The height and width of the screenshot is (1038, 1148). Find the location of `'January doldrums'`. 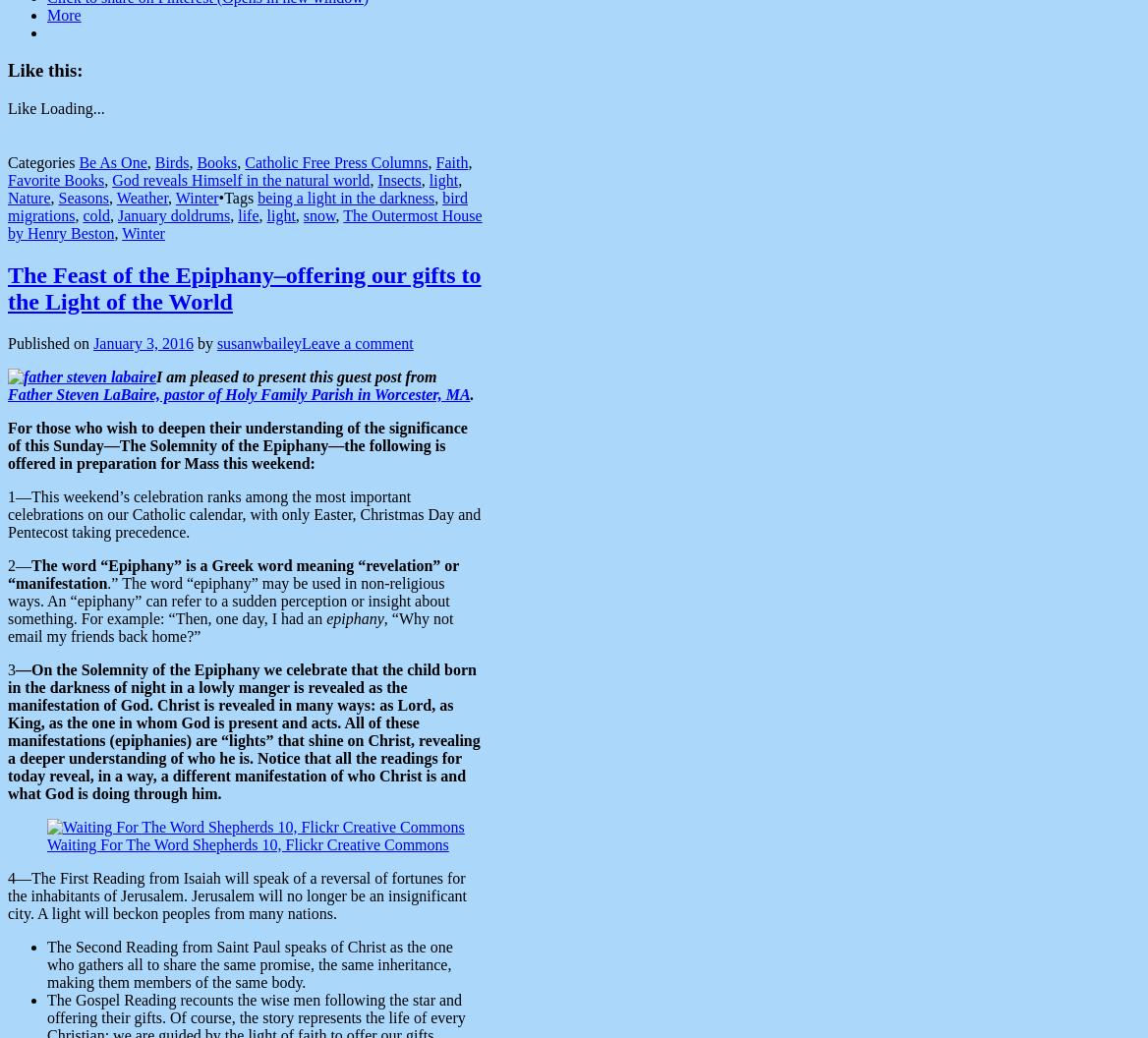

'January doldrums' is located at coordinates (173, 214).